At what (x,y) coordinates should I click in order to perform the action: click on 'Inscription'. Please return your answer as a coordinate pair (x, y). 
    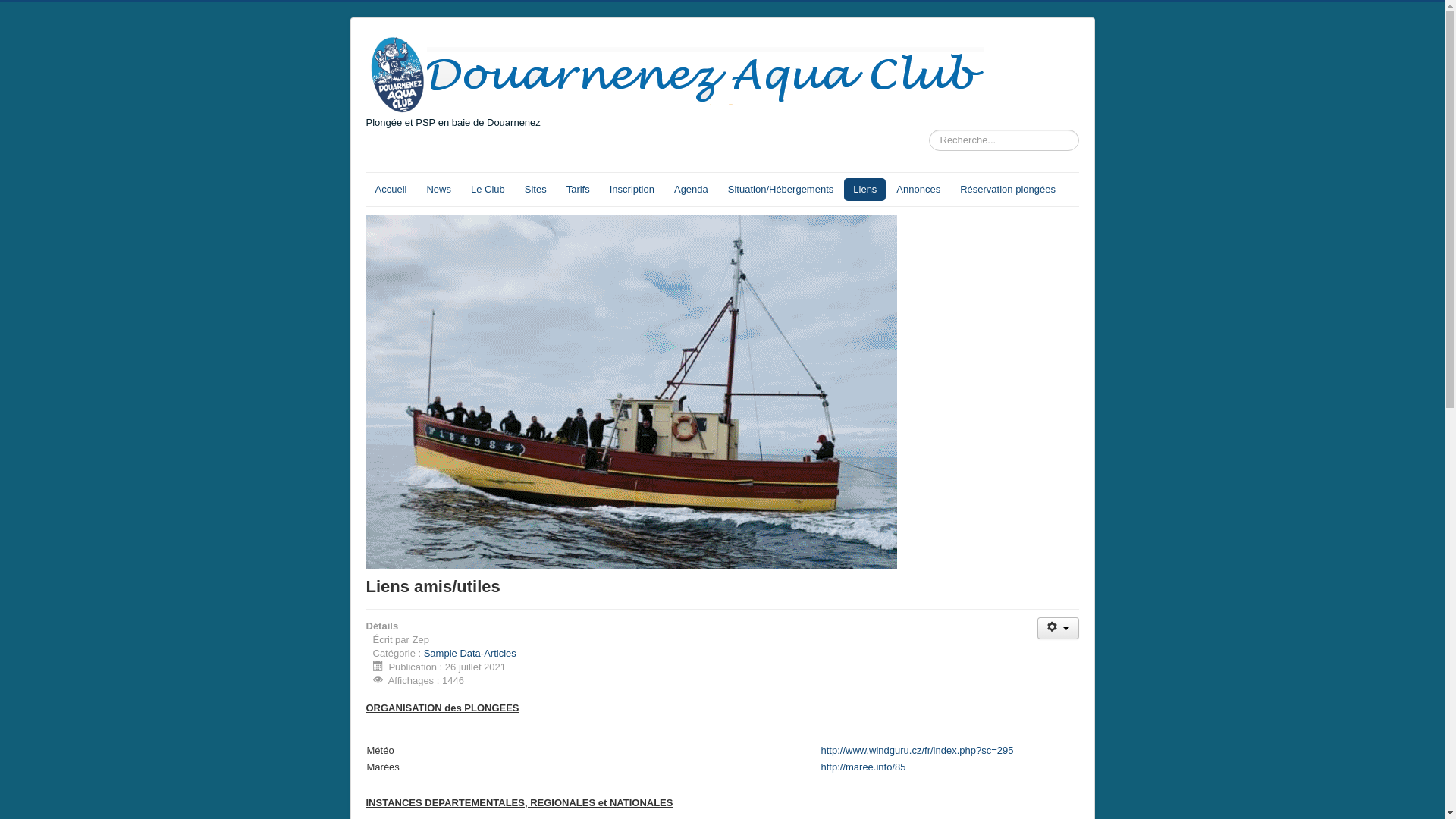
    Looking at the image, I should click on (632, 189).